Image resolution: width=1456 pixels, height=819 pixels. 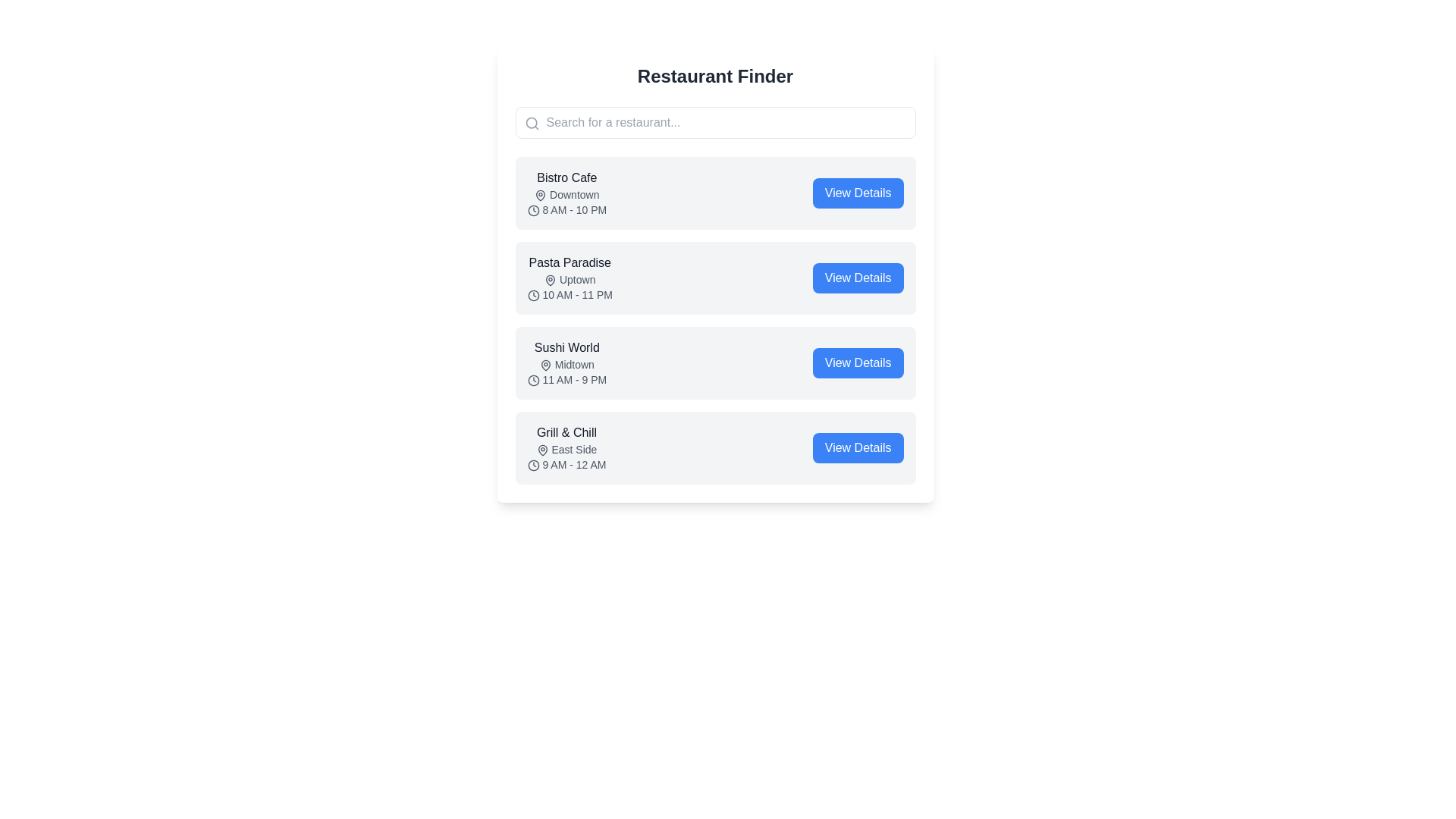 I want to click on the clock icon representing the operating hours of the restaurant 'Grill & Chill', which is located in the fourth slot of the list, to initiate potential interaction, so click(x=533, y=465).